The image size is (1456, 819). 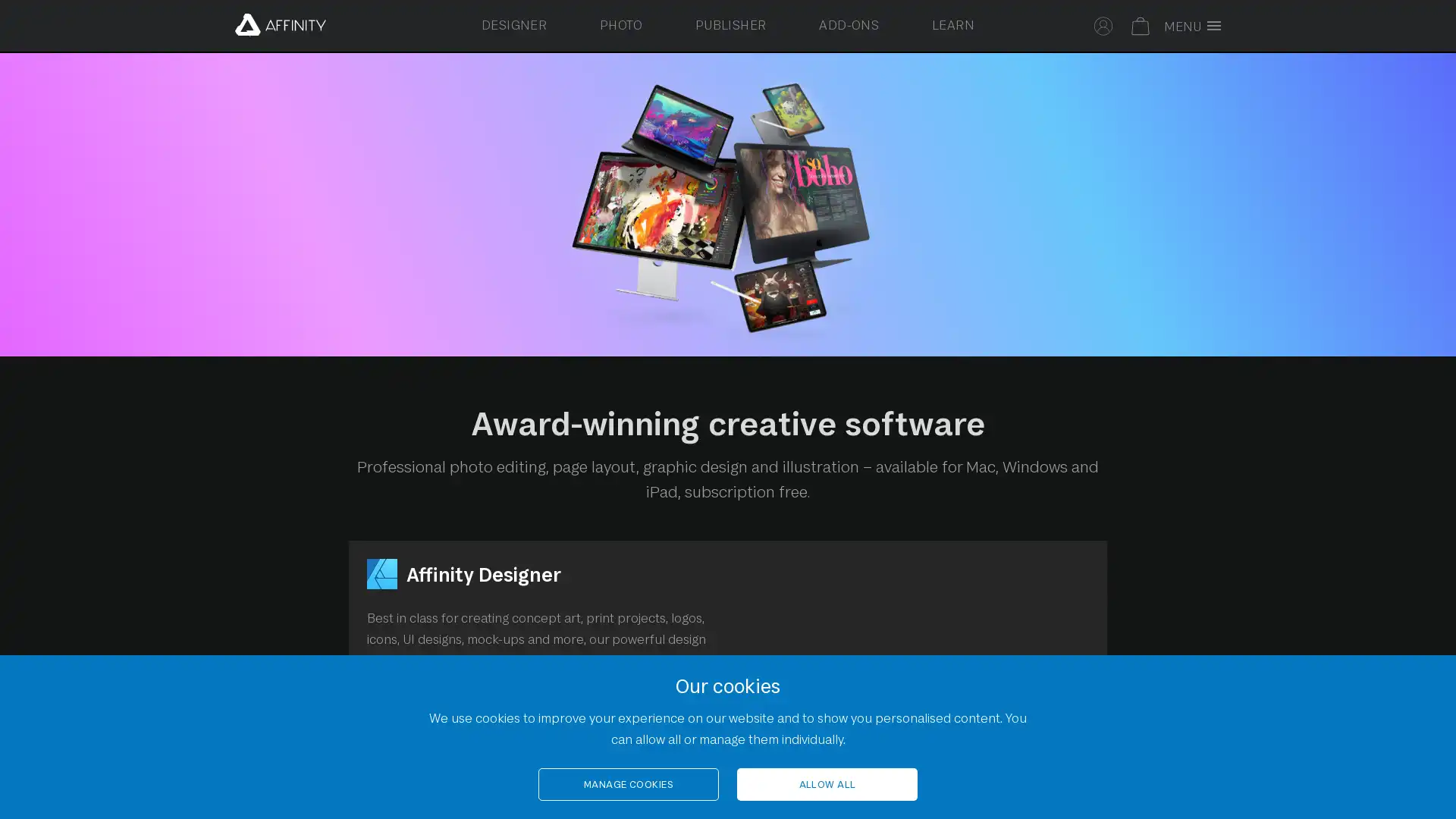 I want to click on Your basket is empty. Select to toggle basket., so click(x=1141, y=24).